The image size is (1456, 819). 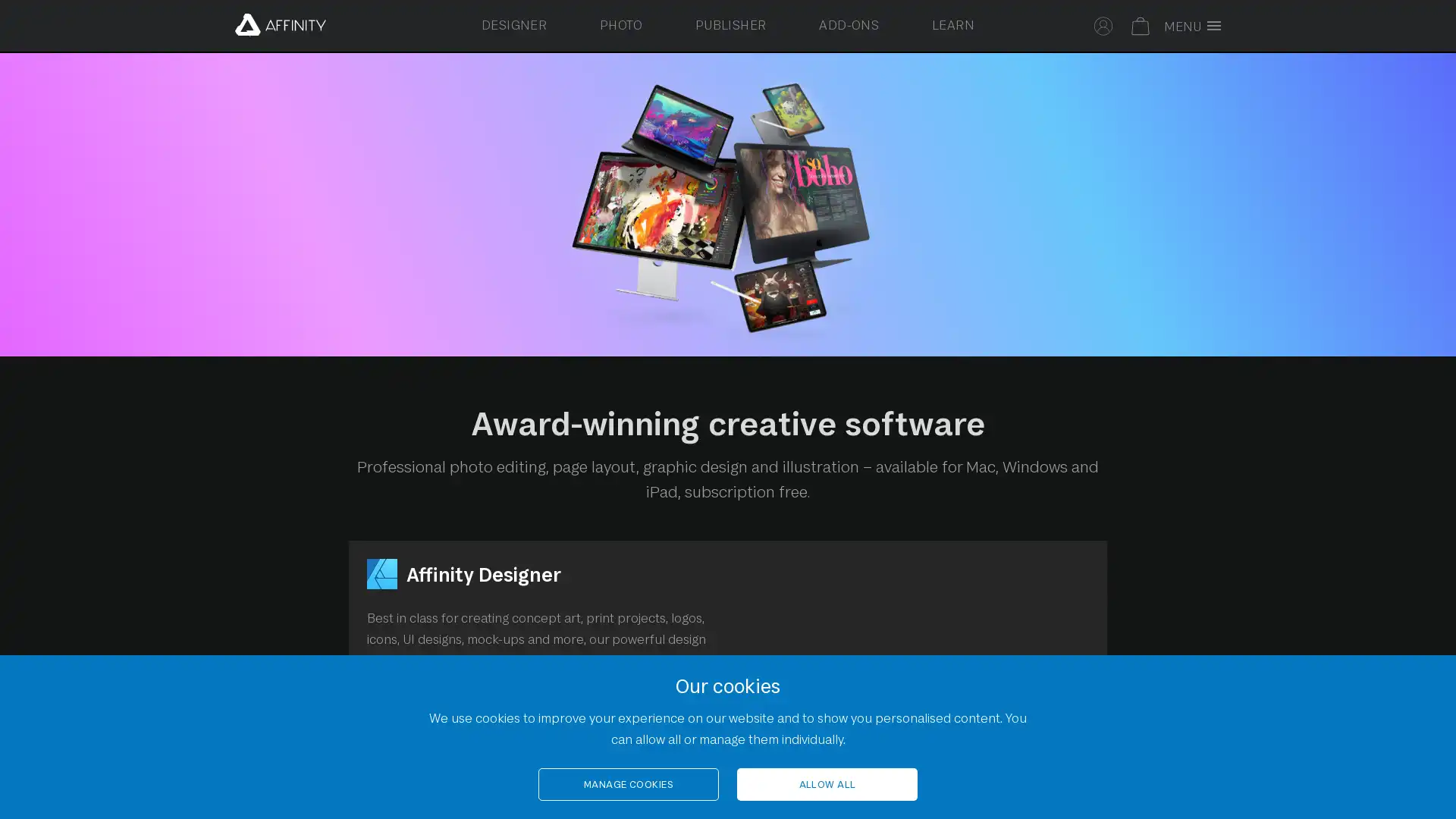 I want to click on Your basket is empty. Select to toggle basket., so click(x=1141, y=24).